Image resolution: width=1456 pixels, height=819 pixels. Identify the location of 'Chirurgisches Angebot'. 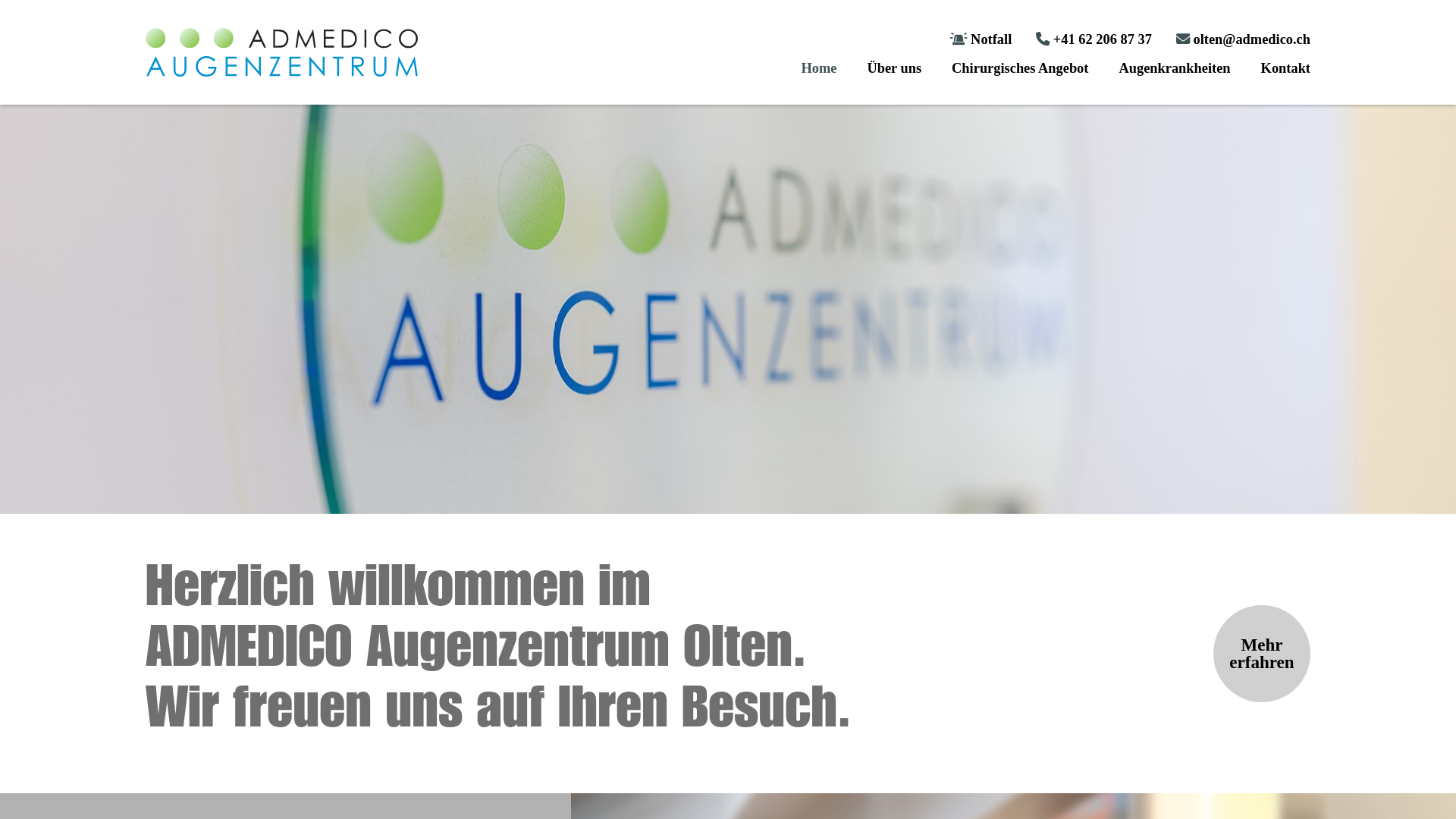
(1019, 67).